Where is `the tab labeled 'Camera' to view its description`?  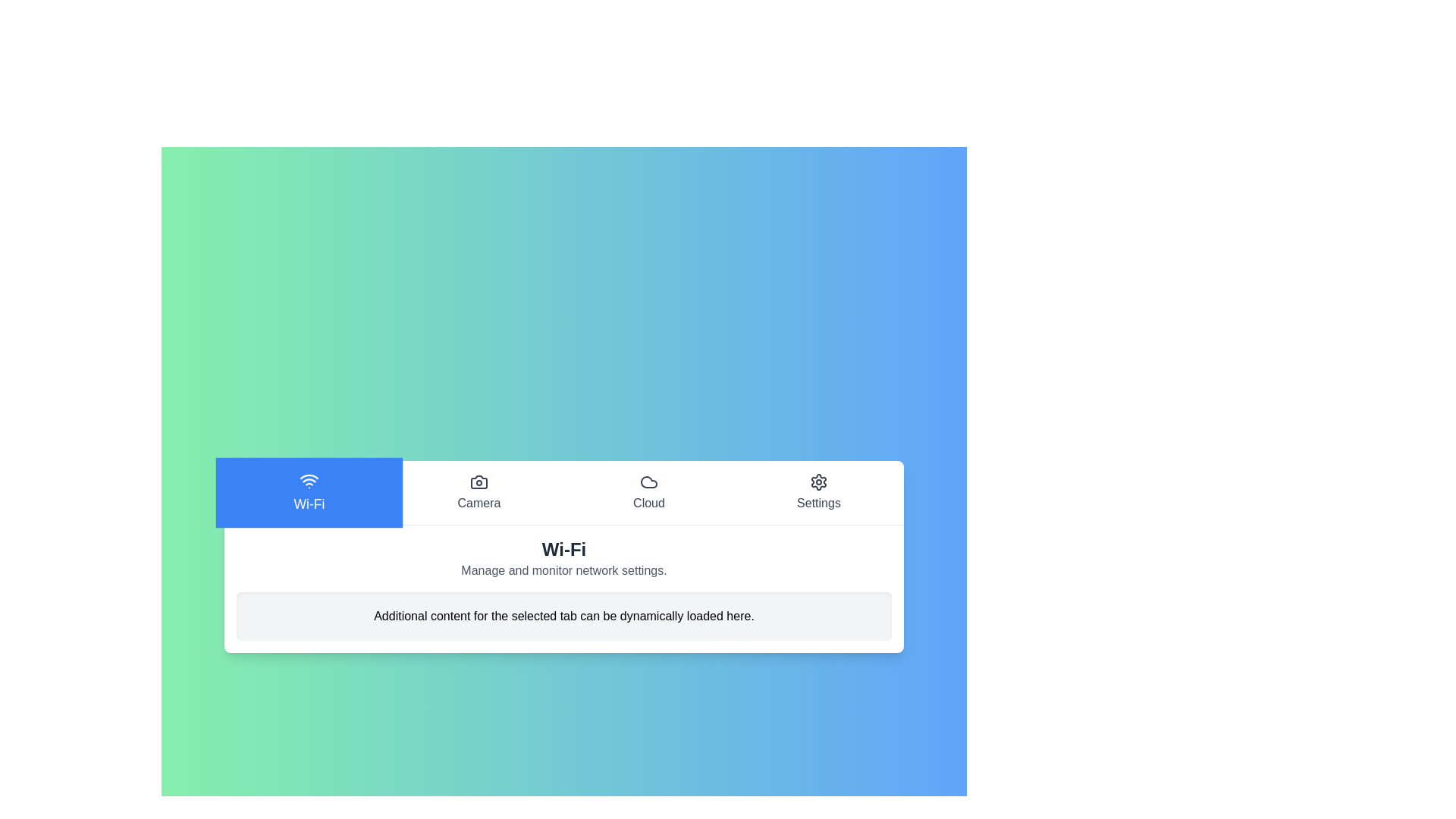 the tab labeled 'Camera' to view its description is located at coordinates (479, 492).